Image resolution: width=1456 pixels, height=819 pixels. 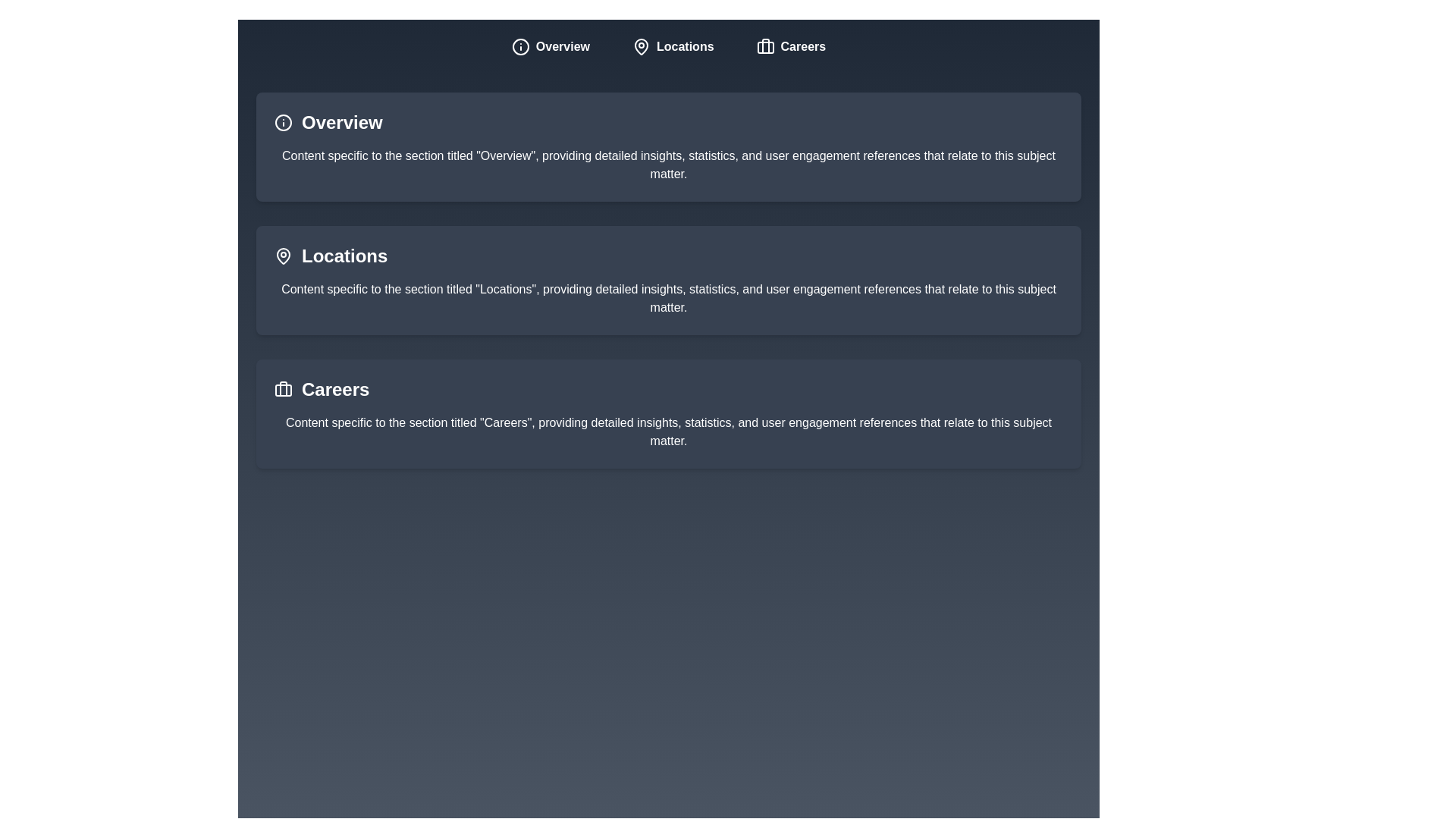 I want to click on the location marker icon situated in the header navigation bar, which is positioned to the left of the 'Locations' text, so click(x=641, y=45).